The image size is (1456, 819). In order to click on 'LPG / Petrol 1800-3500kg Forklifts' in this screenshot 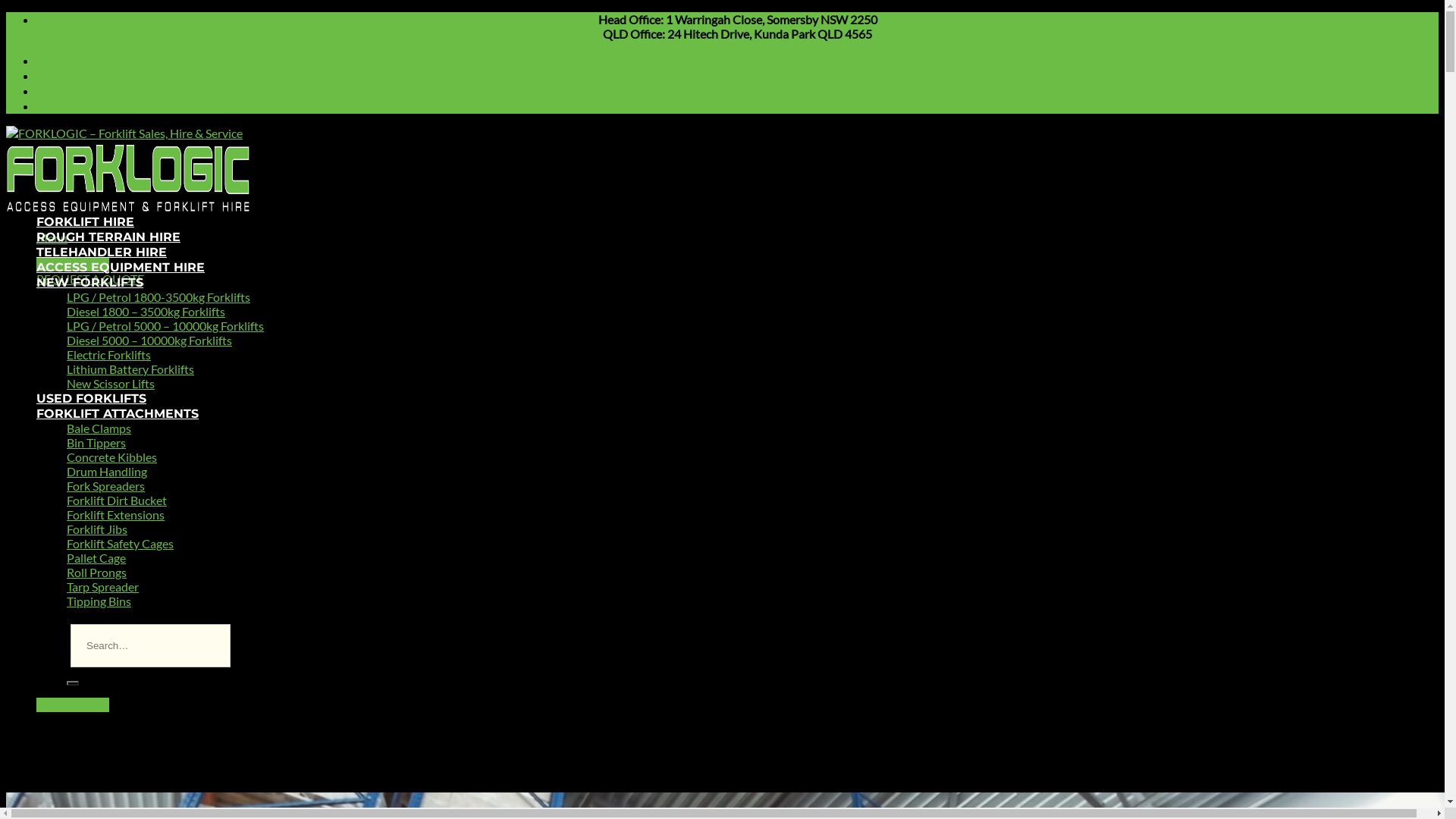, I will do `click(158, 297)`.